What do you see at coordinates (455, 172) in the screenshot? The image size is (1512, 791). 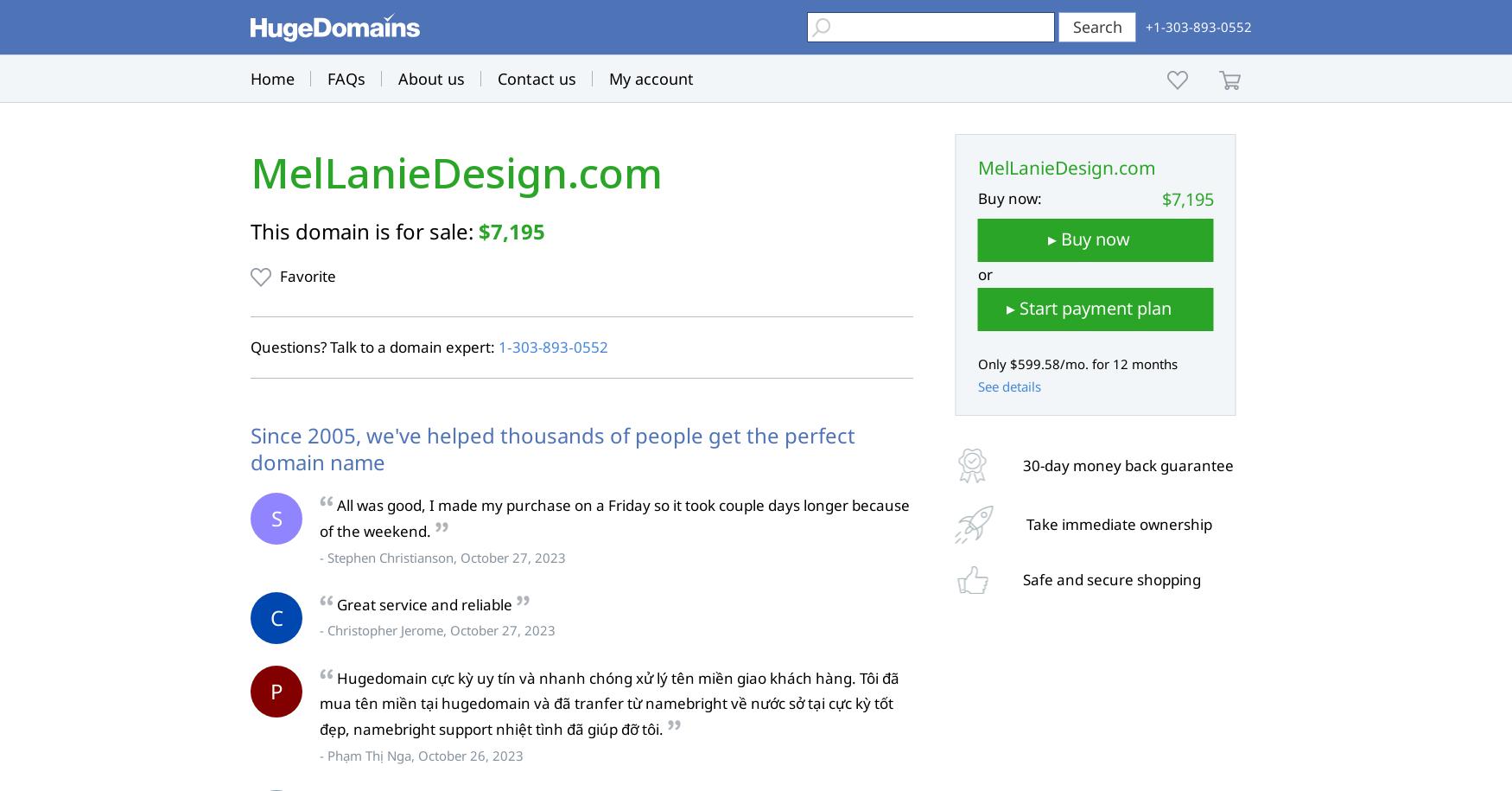 I see `'MelLanieDesign.com'` at bounding box center [455, 172].